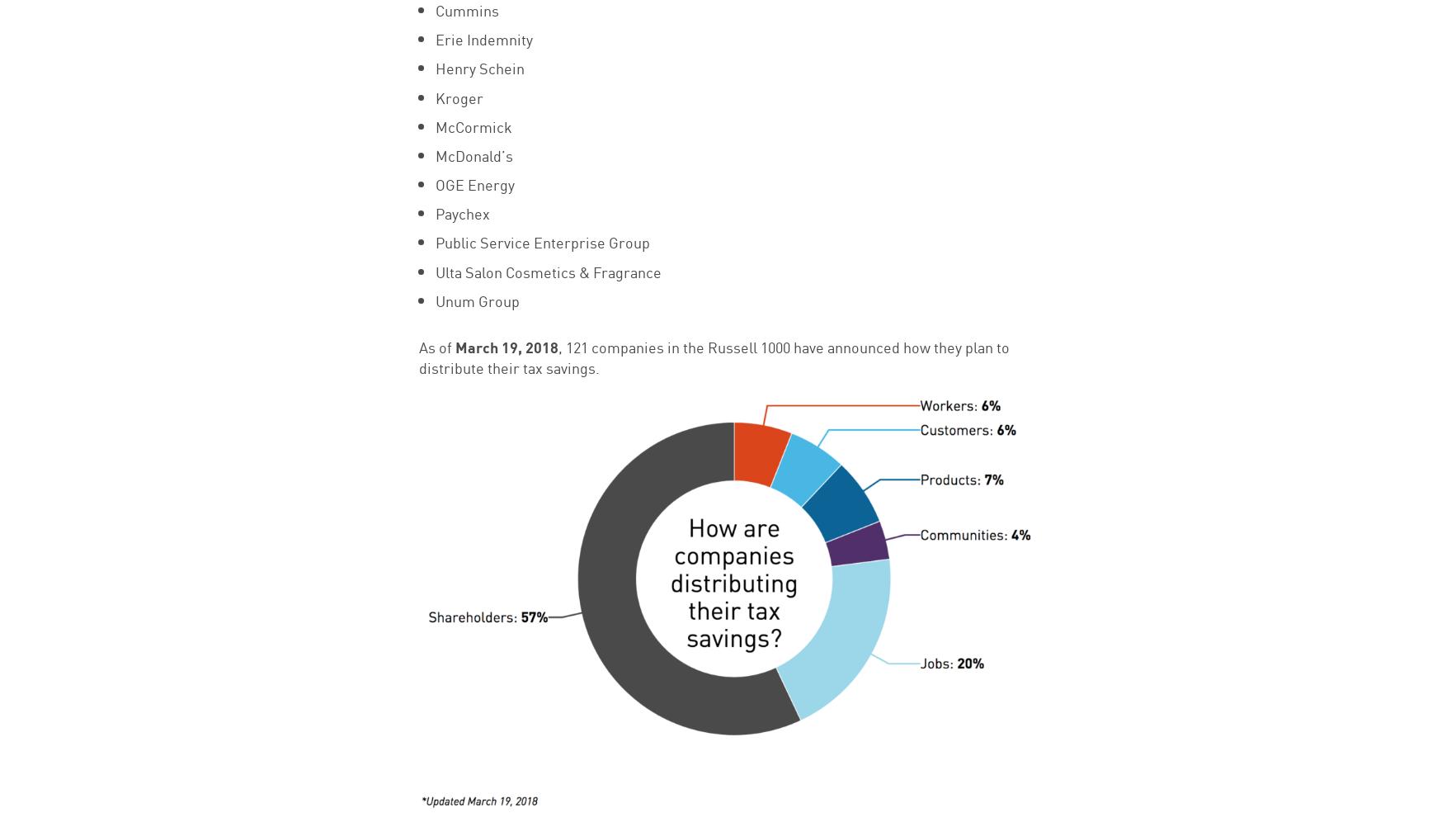  Describe the element at coordinates (476, 300) in the screenshot. I see `'Unum Group'` at that location.